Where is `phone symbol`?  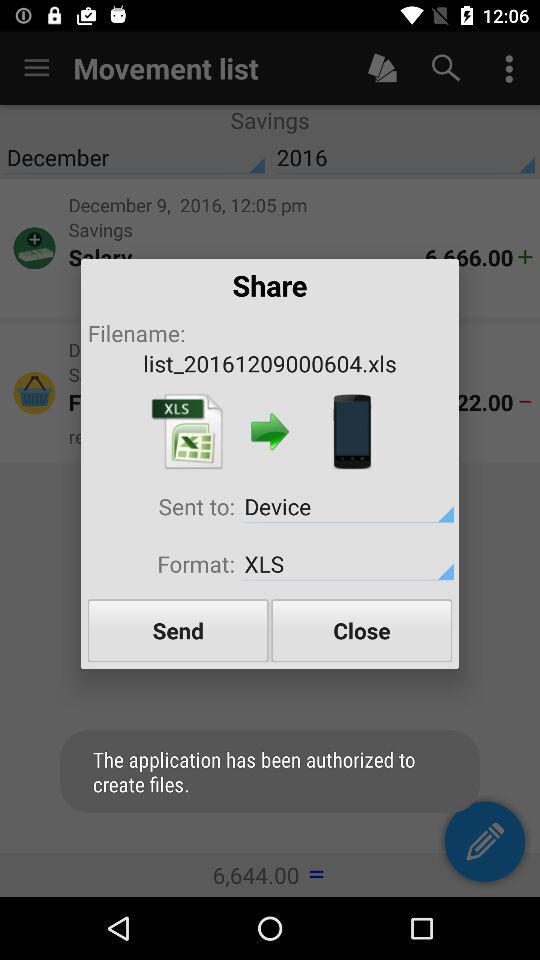
phone symbol is located at coordinates (351, 431).